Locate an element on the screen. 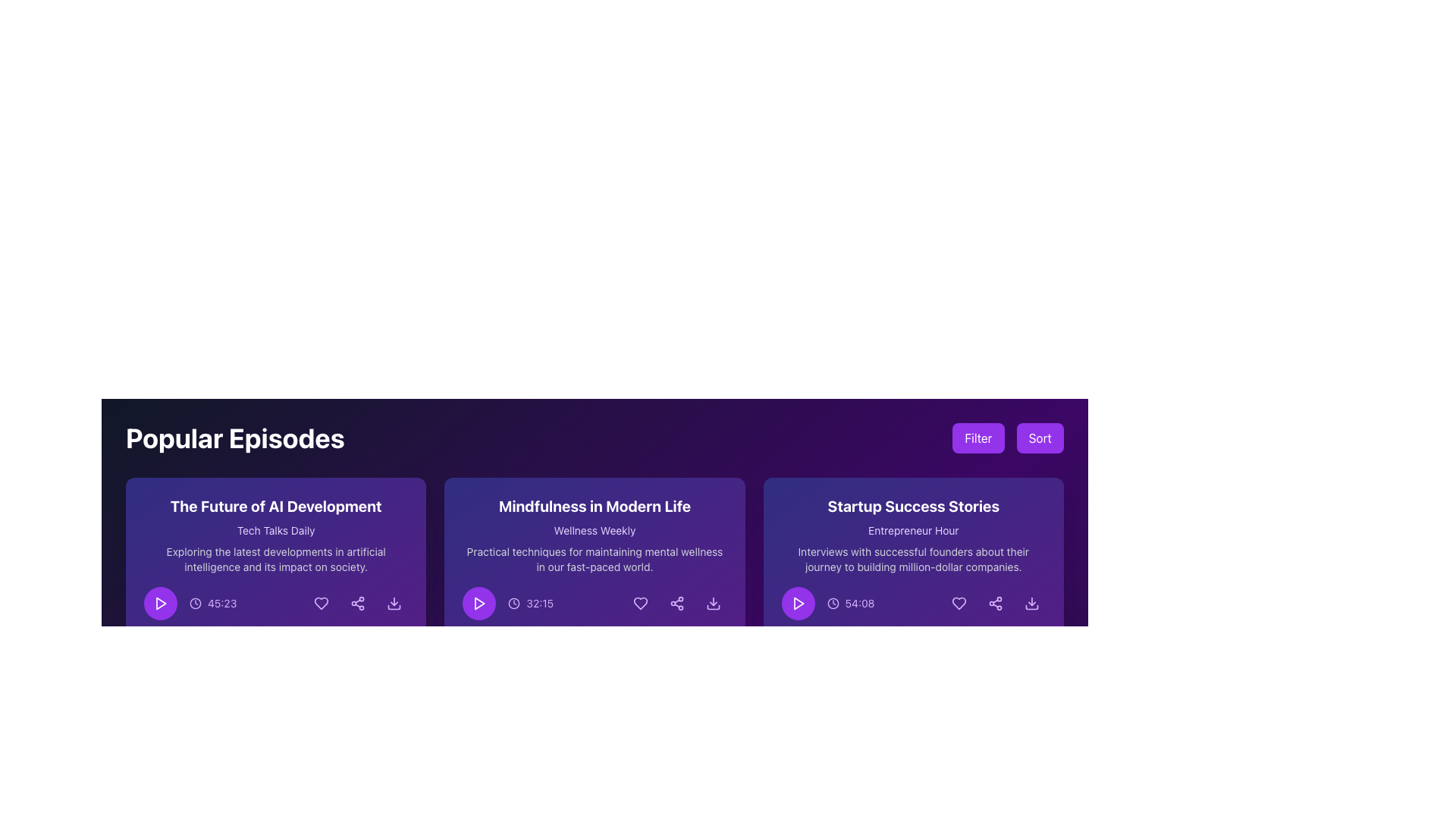 The image size is (1456, 819). the 'like' icon located beneath the card titled 'The Future of AI Development' in the 'Popular Episodes' section is located at coordinates (320, 602).